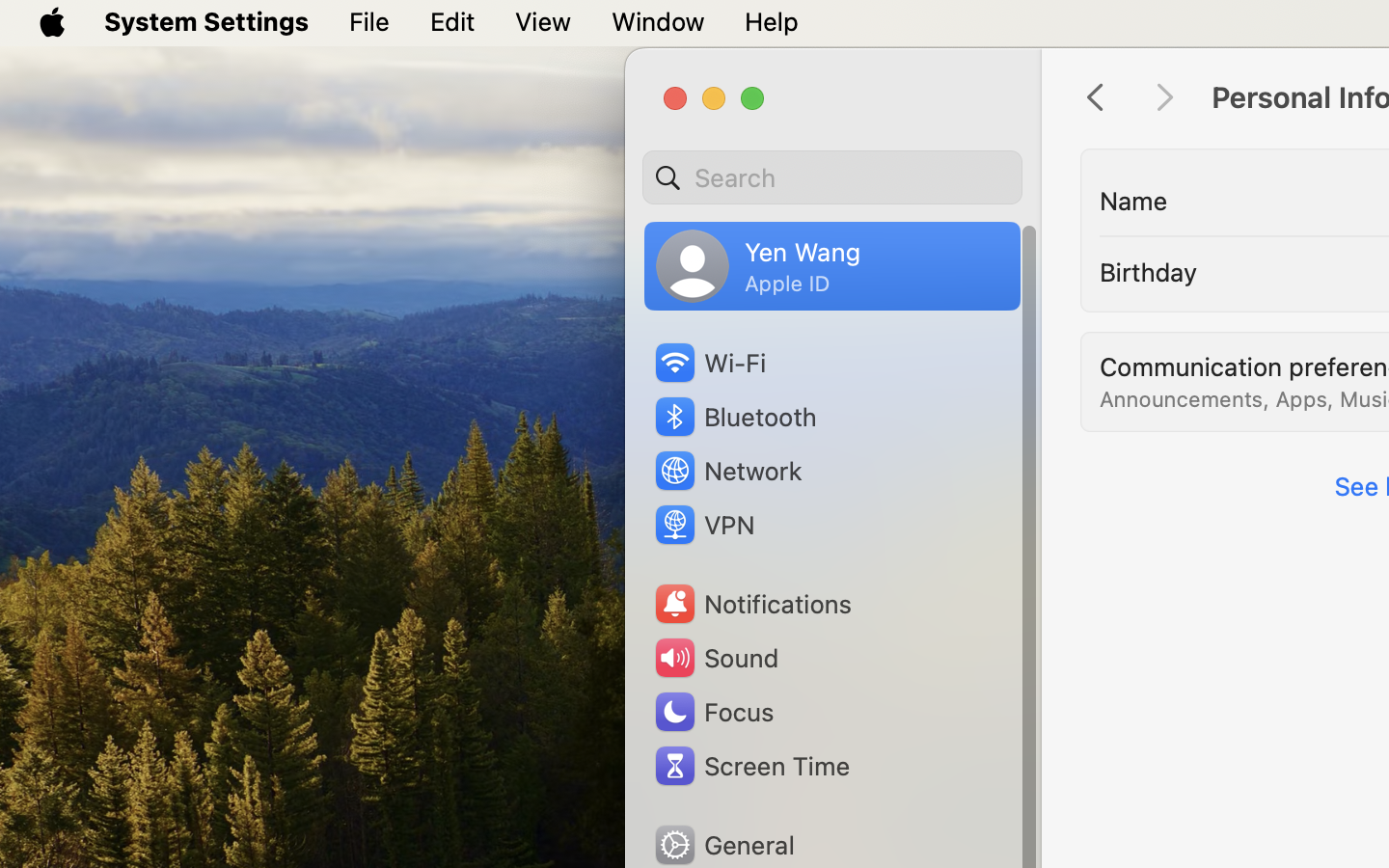  Describe the element at coordinates (734, 417) in the screenshot. I see `'Bluetooth'` at that location.